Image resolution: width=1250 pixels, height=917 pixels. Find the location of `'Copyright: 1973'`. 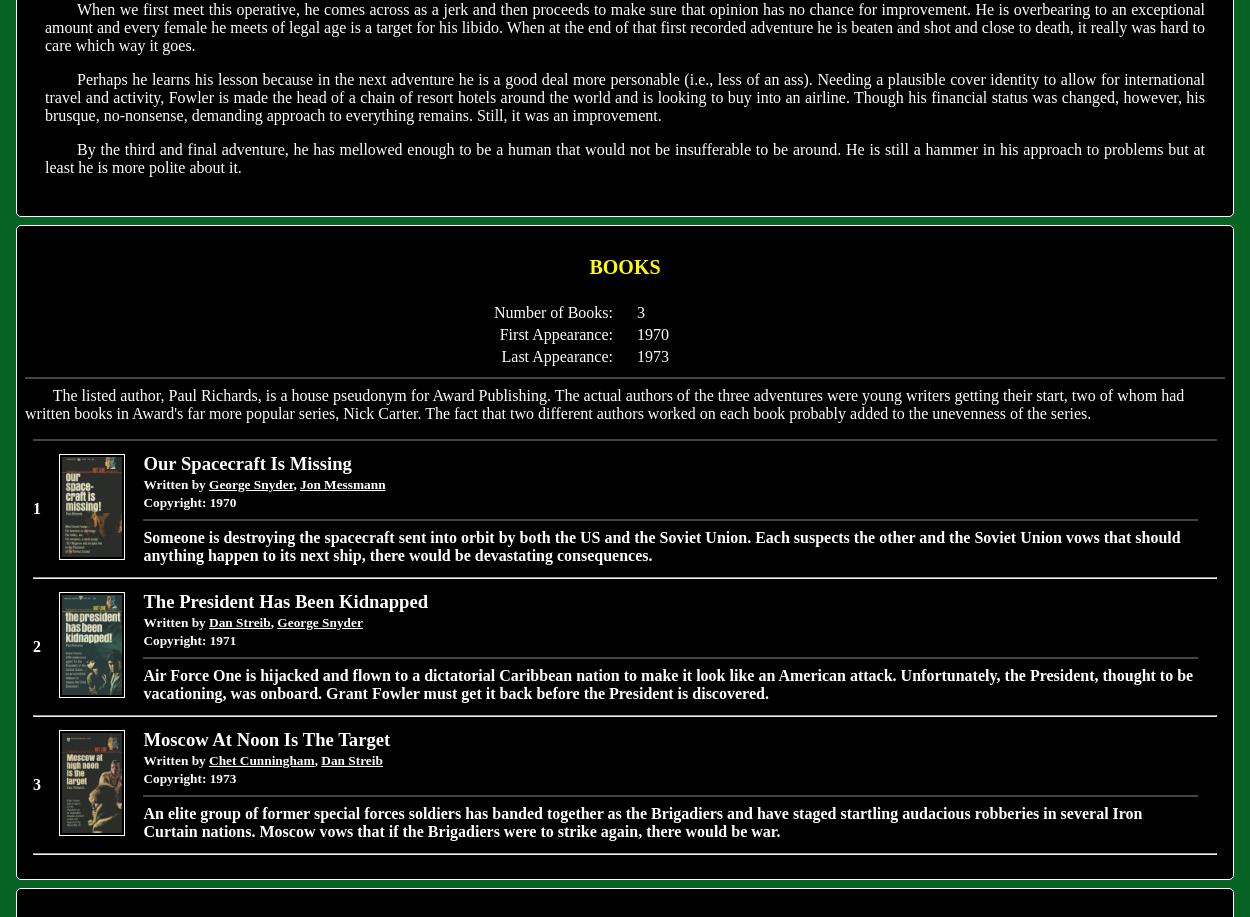

'Copyright: 1973' is located at coordinates (188, 776).